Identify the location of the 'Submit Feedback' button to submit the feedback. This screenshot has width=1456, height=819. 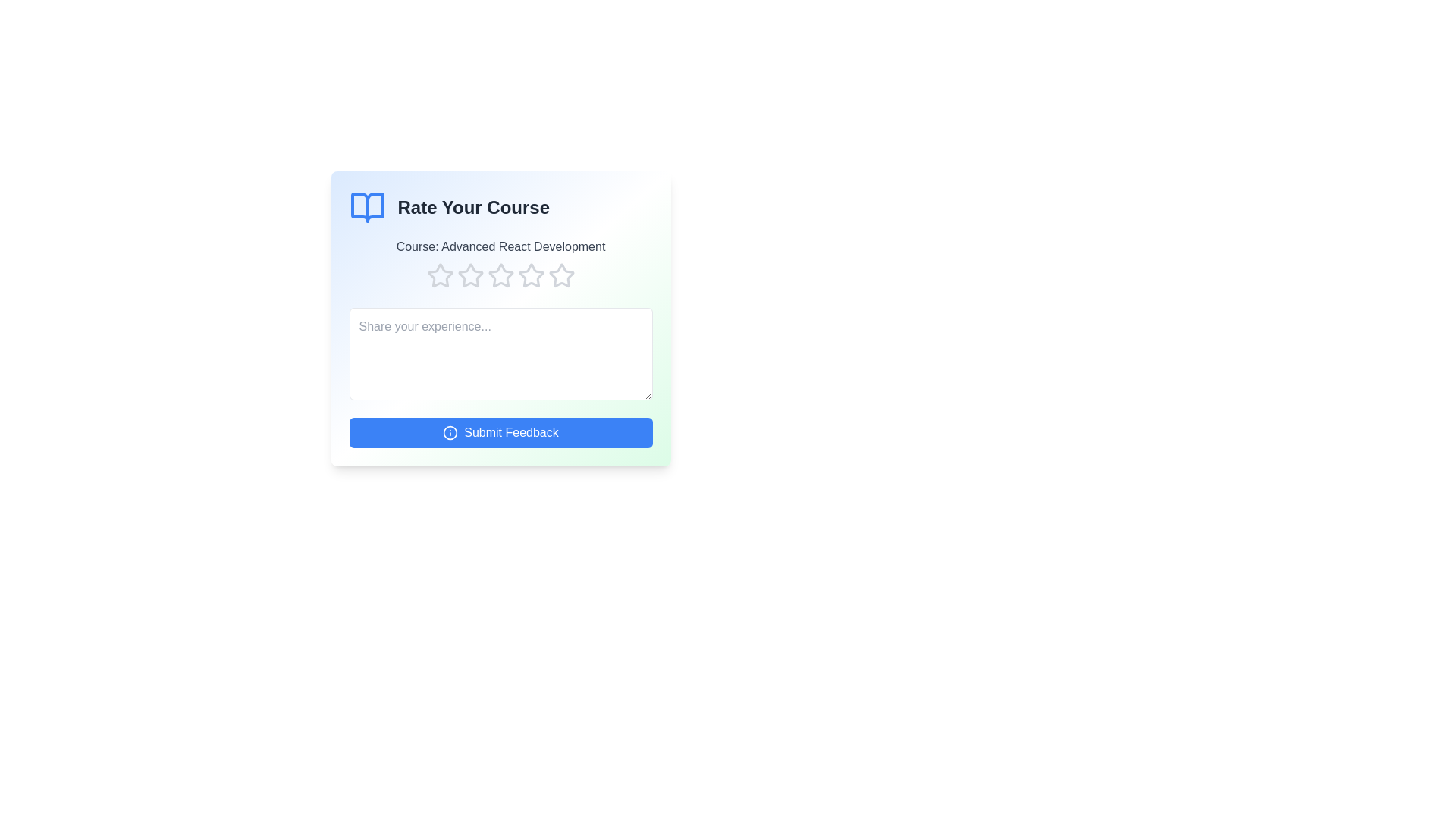
(500, 432).